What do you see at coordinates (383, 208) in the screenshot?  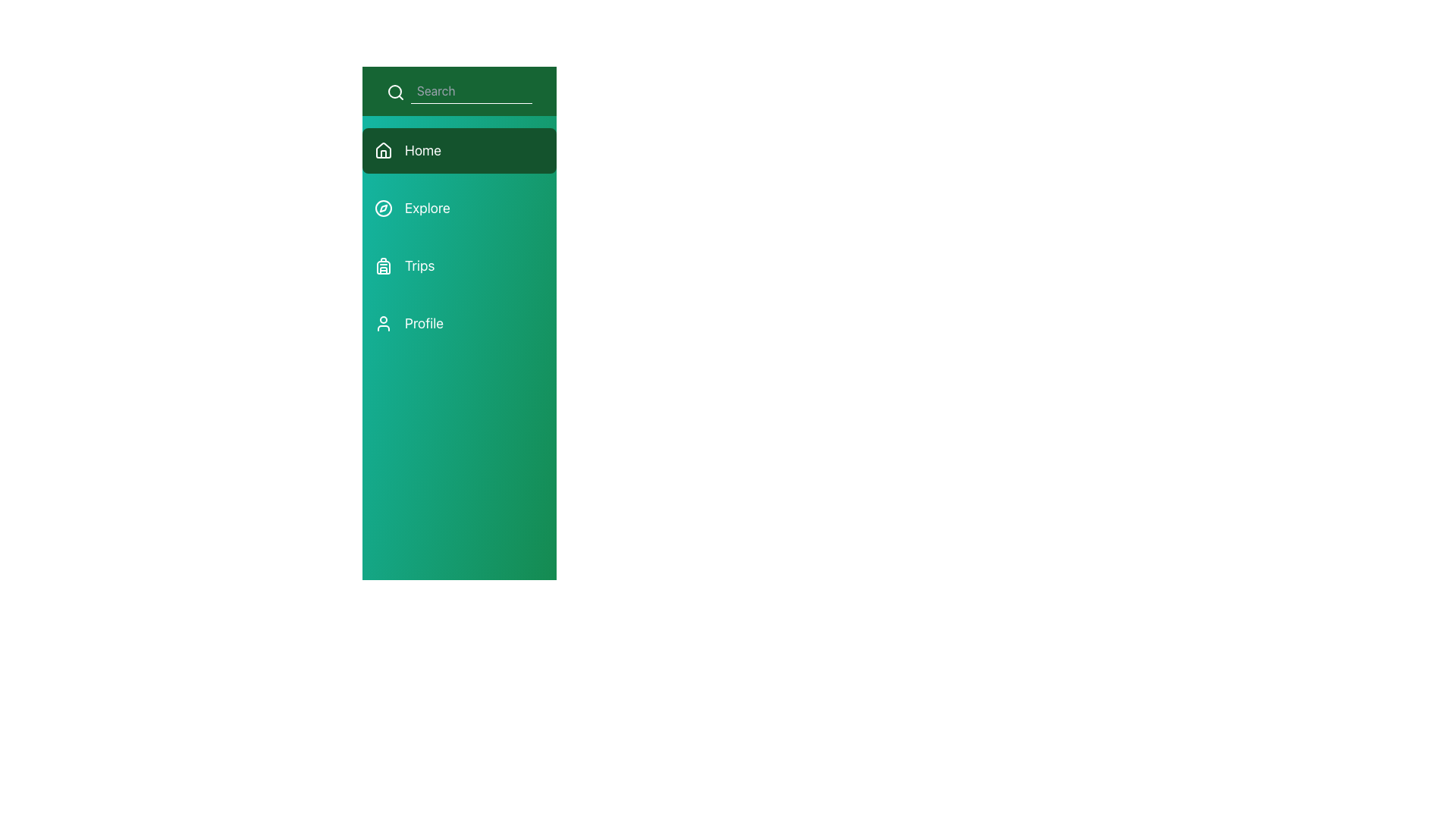 I see `the circular compass icon that is part of the 'Explore' menu` at bounding box center [383, 208].